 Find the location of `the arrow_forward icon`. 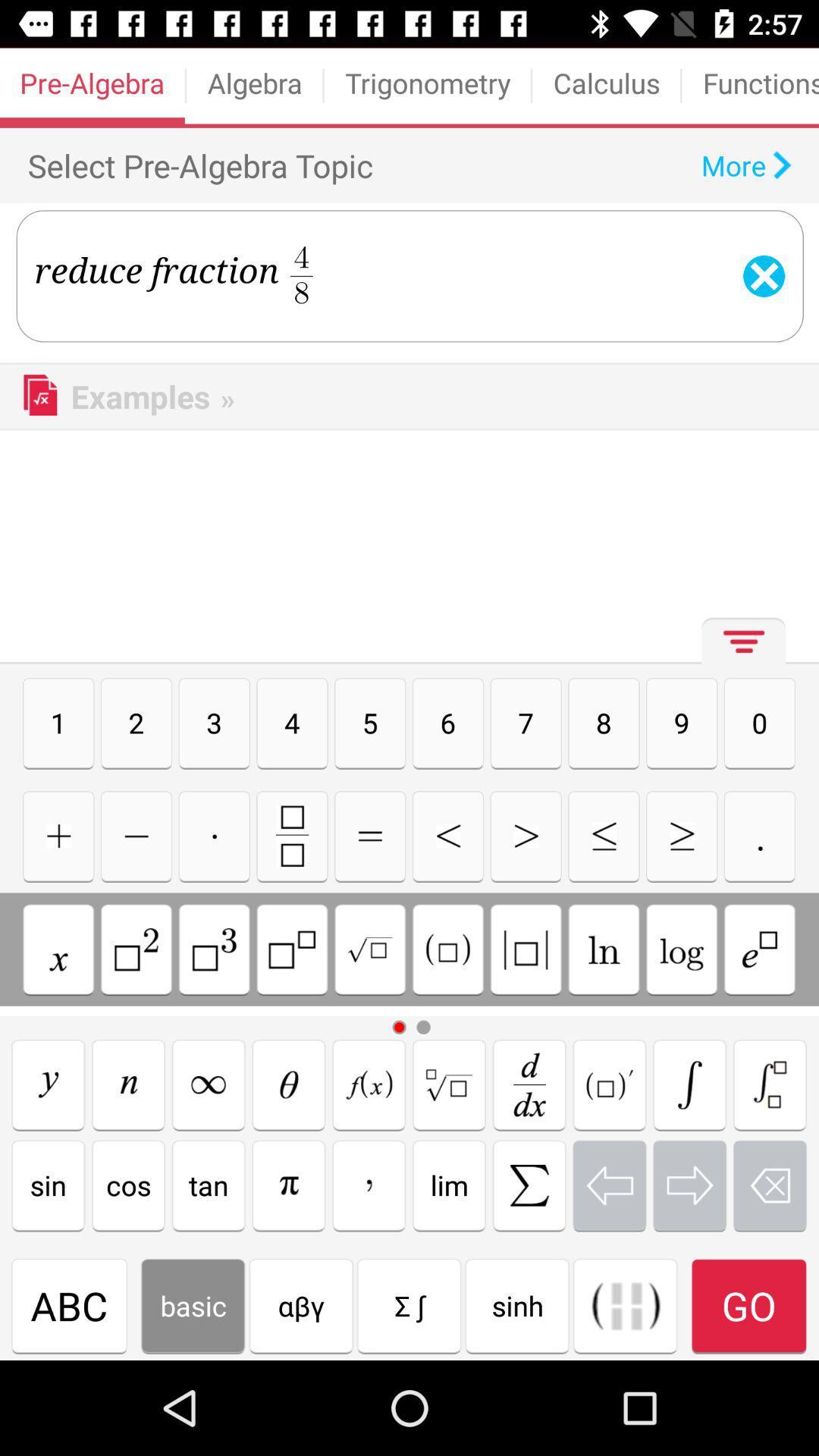

the arrow_forward icon is located at coordinates (525, 835).